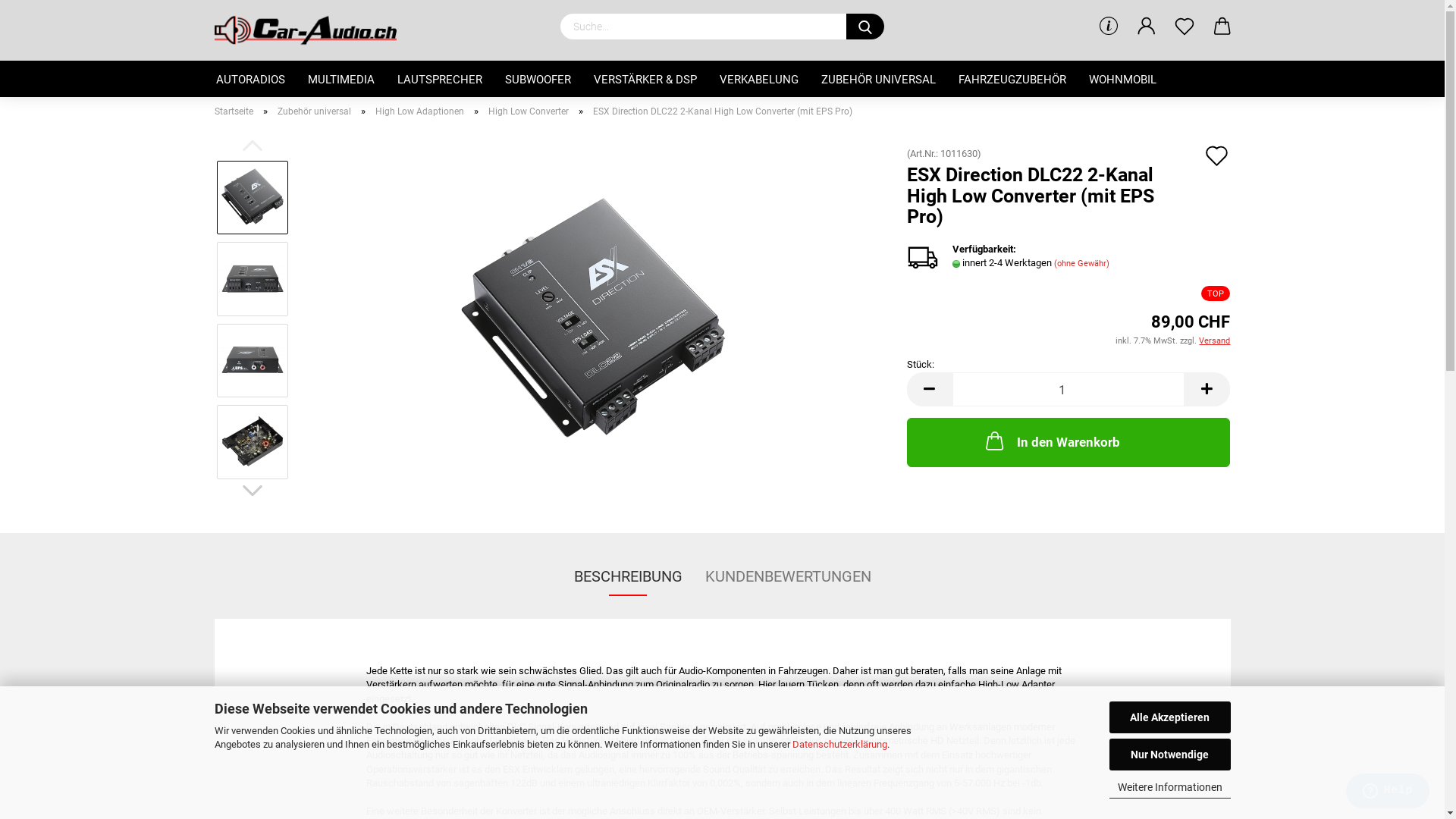  What do you see at coordinates (385, 79) in the screenshot?
I see `'LAUTSPRECHER'` at bounding box center [385, 79].